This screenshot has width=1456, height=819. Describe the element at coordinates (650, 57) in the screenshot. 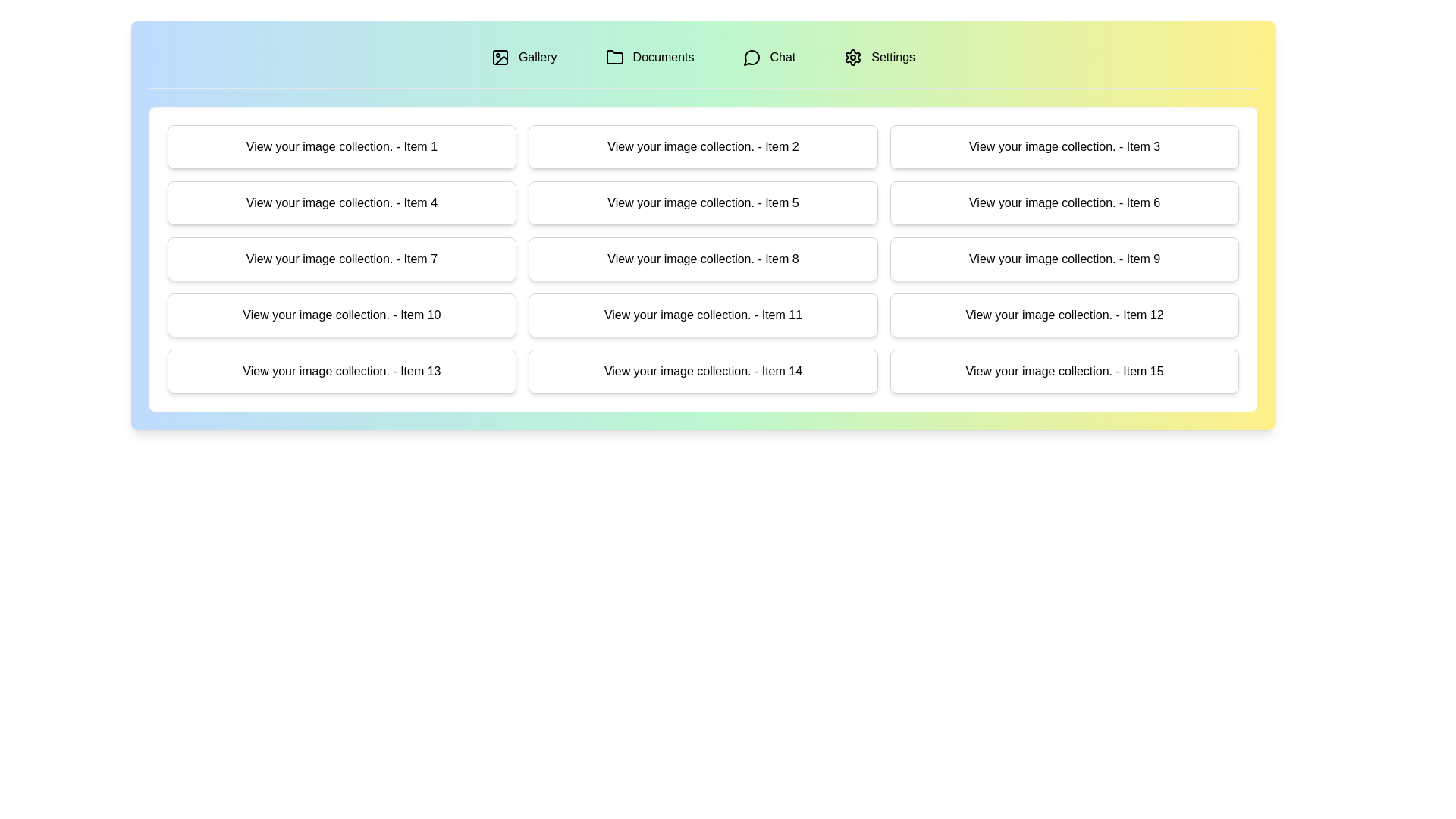

I see `the tab labeled Documents to preview its content` at that location.